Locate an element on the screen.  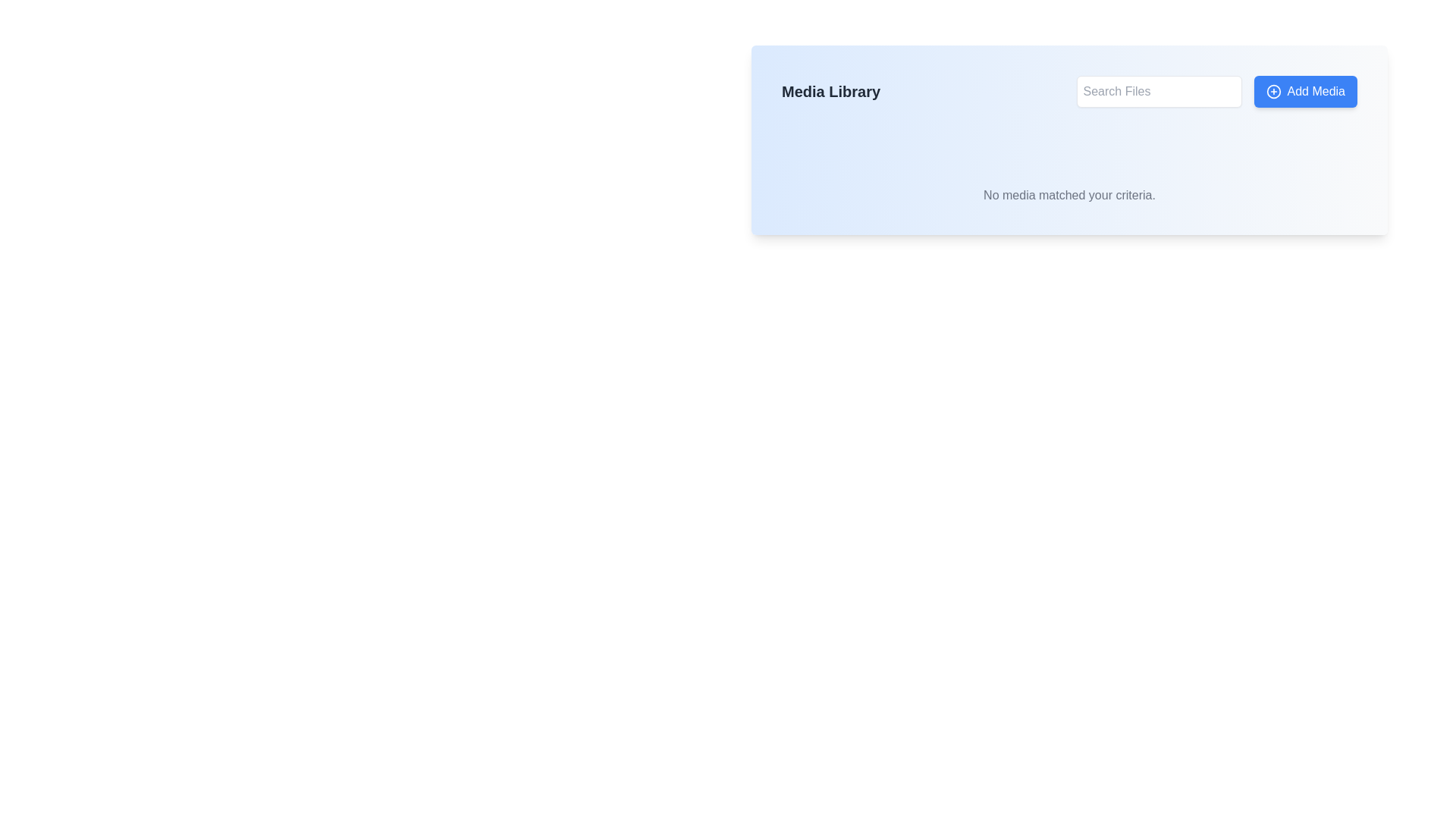
the SVG graphic icon of a circle with a cross, which is part of the 'Add Media' button located in the top-right section of the modal dialog is located at coordinates (1273, 91).